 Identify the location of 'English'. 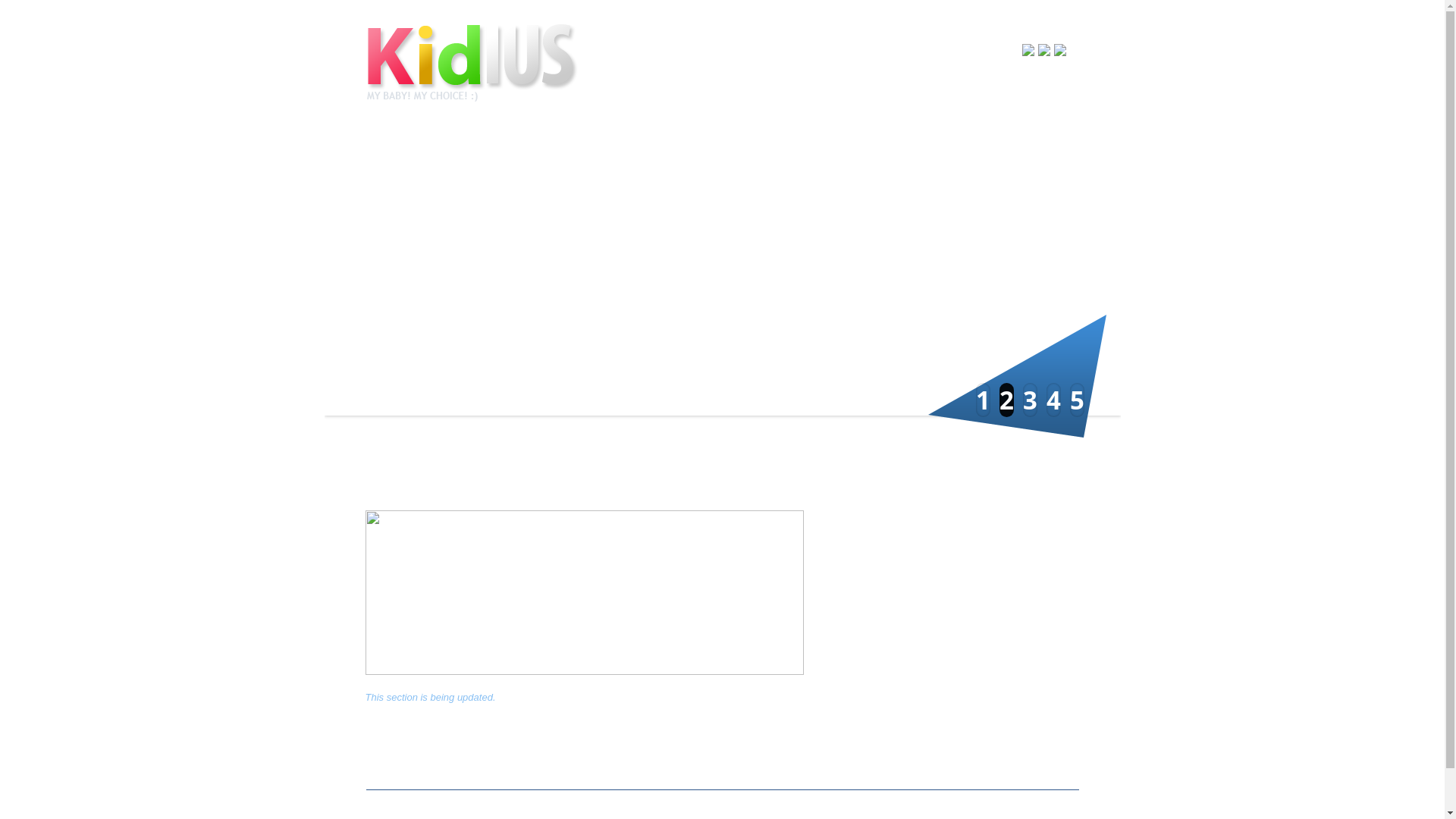
(1037, 49).